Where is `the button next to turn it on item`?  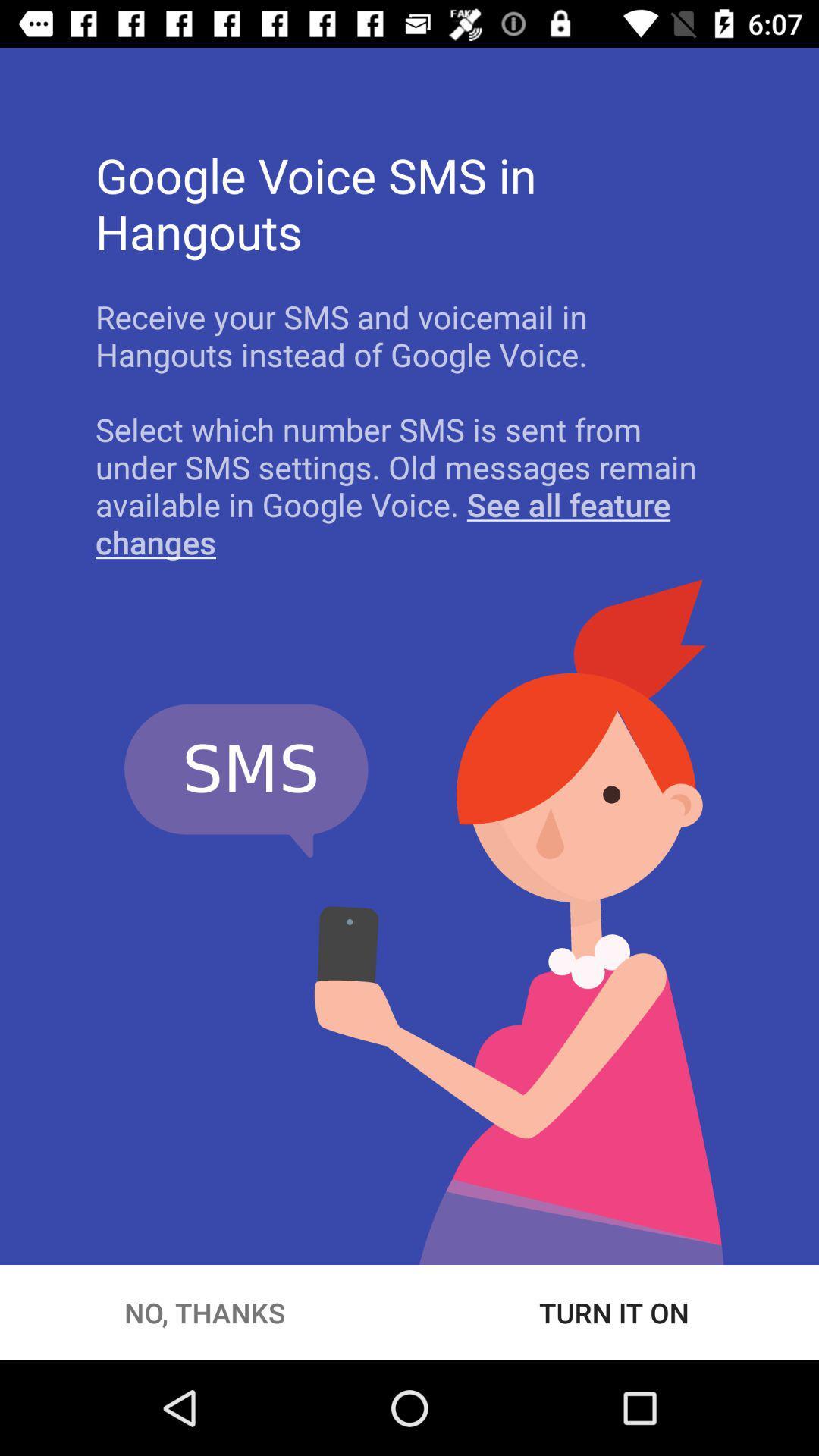
the button next to turn it on item is located at coordinates (205, 1312).